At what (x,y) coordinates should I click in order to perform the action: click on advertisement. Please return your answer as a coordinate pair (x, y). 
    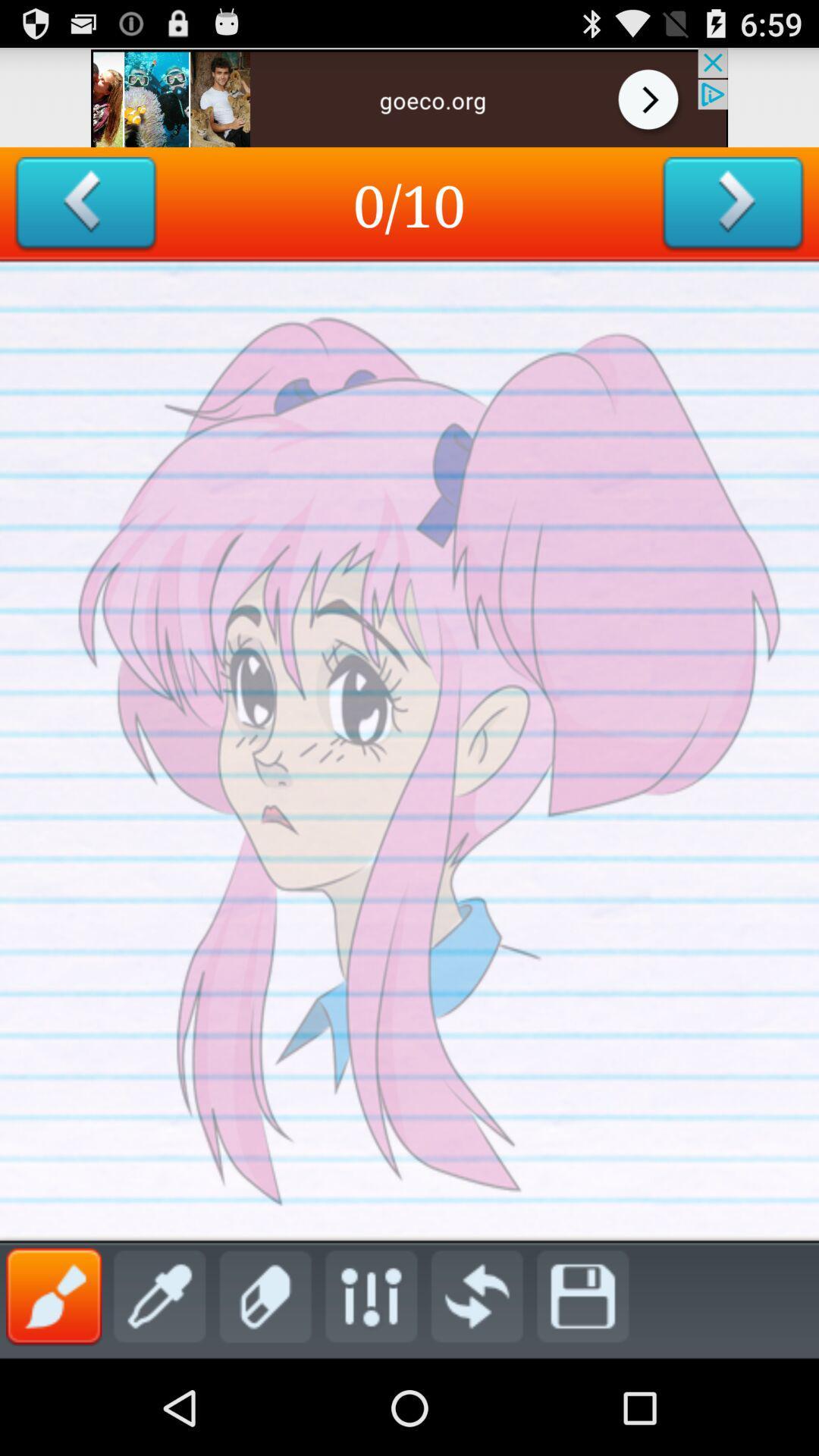
    Looking at the image, I should click on (409, 96).